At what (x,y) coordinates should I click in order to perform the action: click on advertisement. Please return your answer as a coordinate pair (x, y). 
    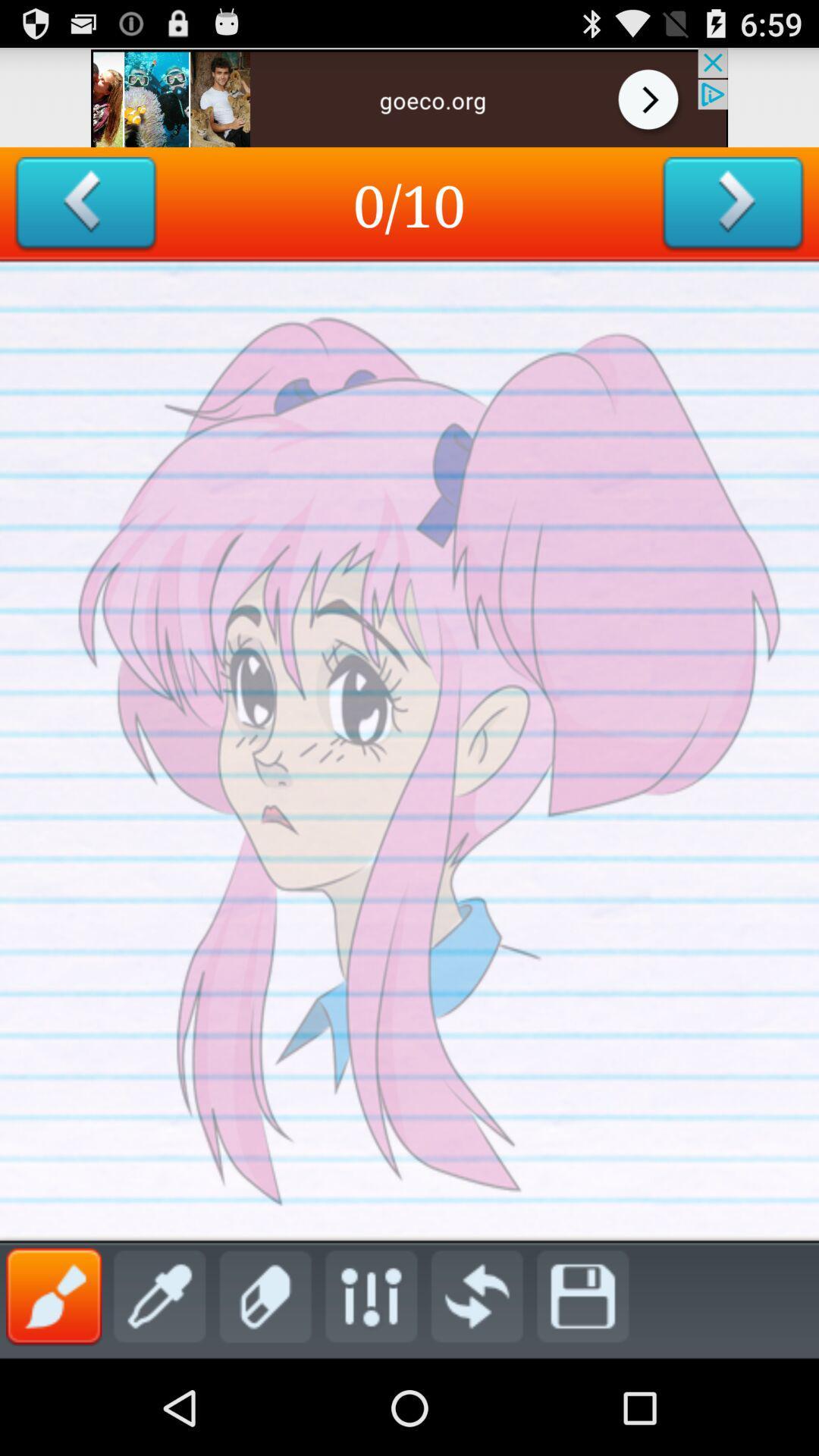
    Looking at the image, I should click on (409, 96).